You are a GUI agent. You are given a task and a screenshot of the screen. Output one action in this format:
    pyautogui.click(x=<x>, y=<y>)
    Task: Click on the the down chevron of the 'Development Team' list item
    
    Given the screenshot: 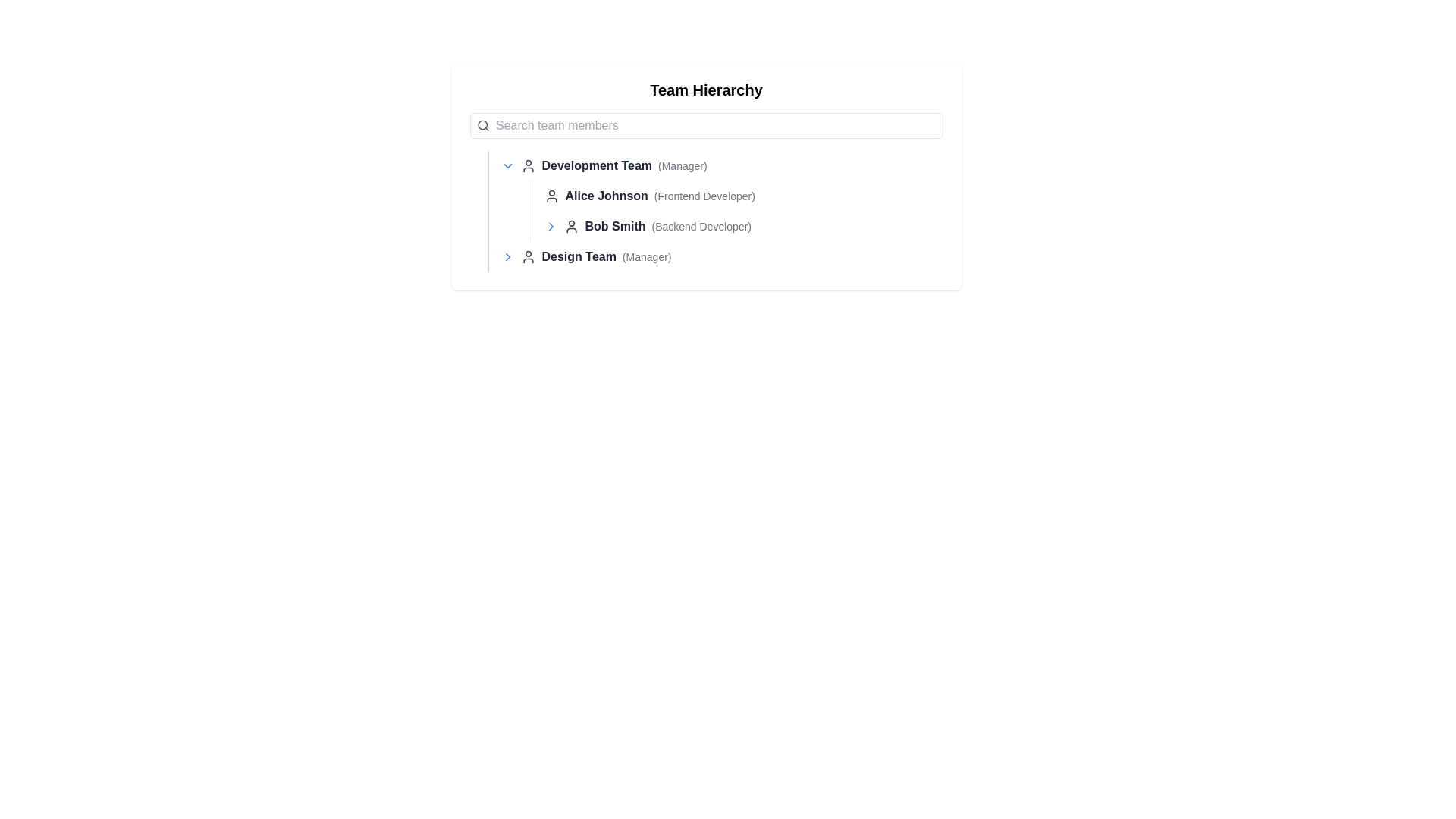 What is the action you would take?
    pyautogui.click(x=720, y=166)
    